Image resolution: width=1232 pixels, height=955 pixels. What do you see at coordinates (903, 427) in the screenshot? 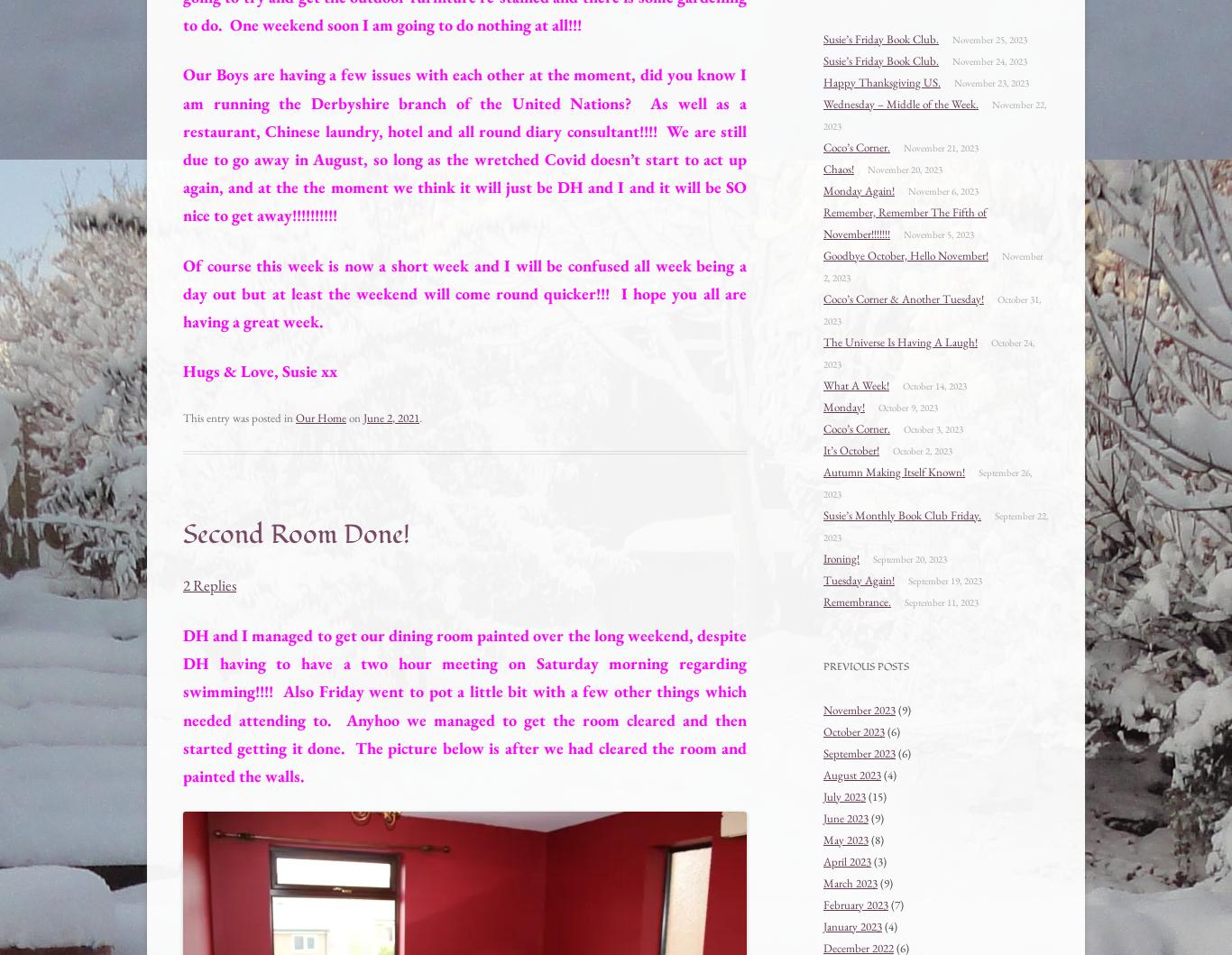
I see `'October 3, 2023'` at bounding box center [903, 427].